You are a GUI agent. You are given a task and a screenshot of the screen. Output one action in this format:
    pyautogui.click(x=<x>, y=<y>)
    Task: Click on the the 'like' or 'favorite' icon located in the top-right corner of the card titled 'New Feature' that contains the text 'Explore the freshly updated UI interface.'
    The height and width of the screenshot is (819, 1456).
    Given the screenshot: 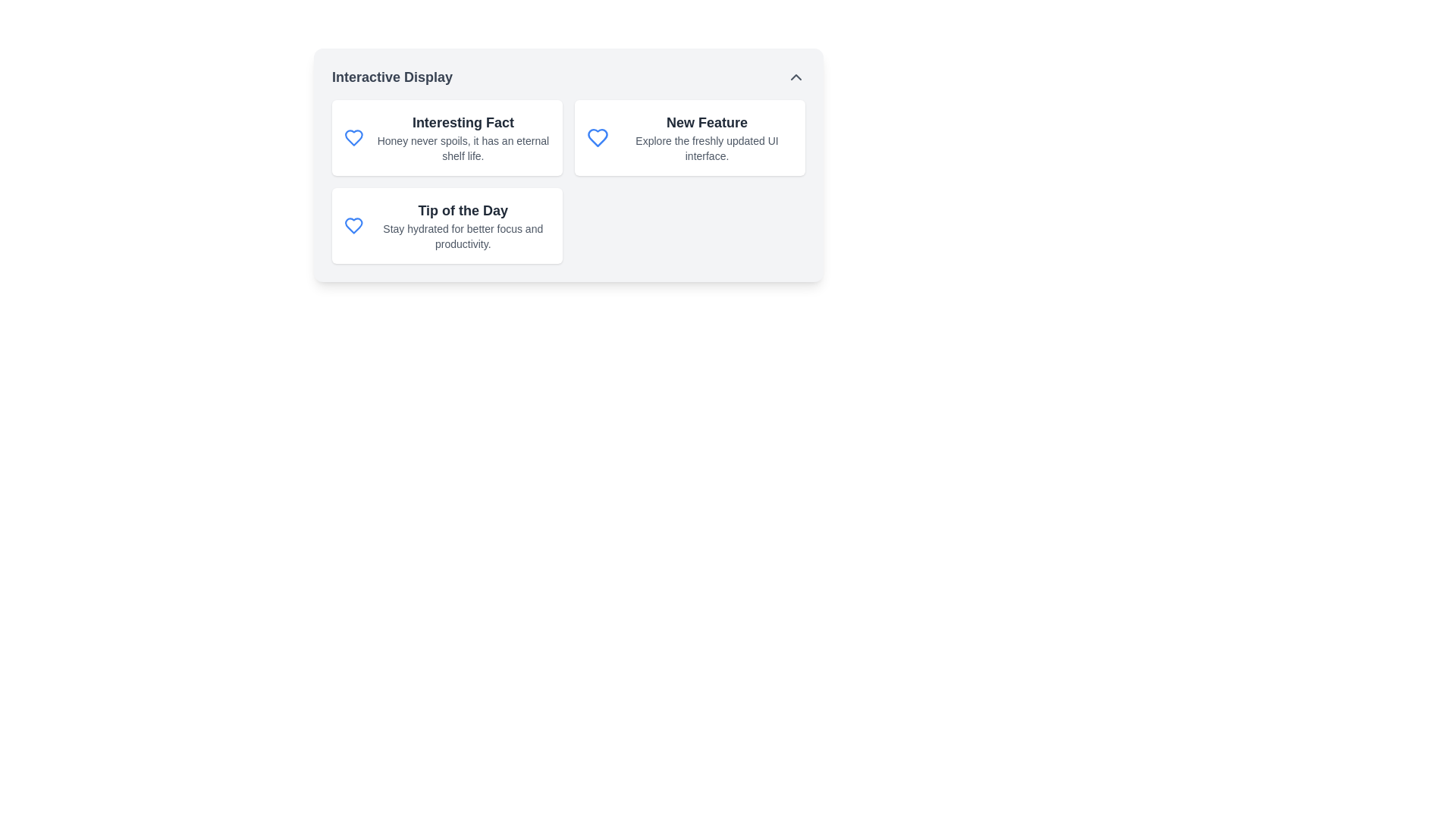 What is the action you would take?
    pyautogui.click(x=597, y=137)
    